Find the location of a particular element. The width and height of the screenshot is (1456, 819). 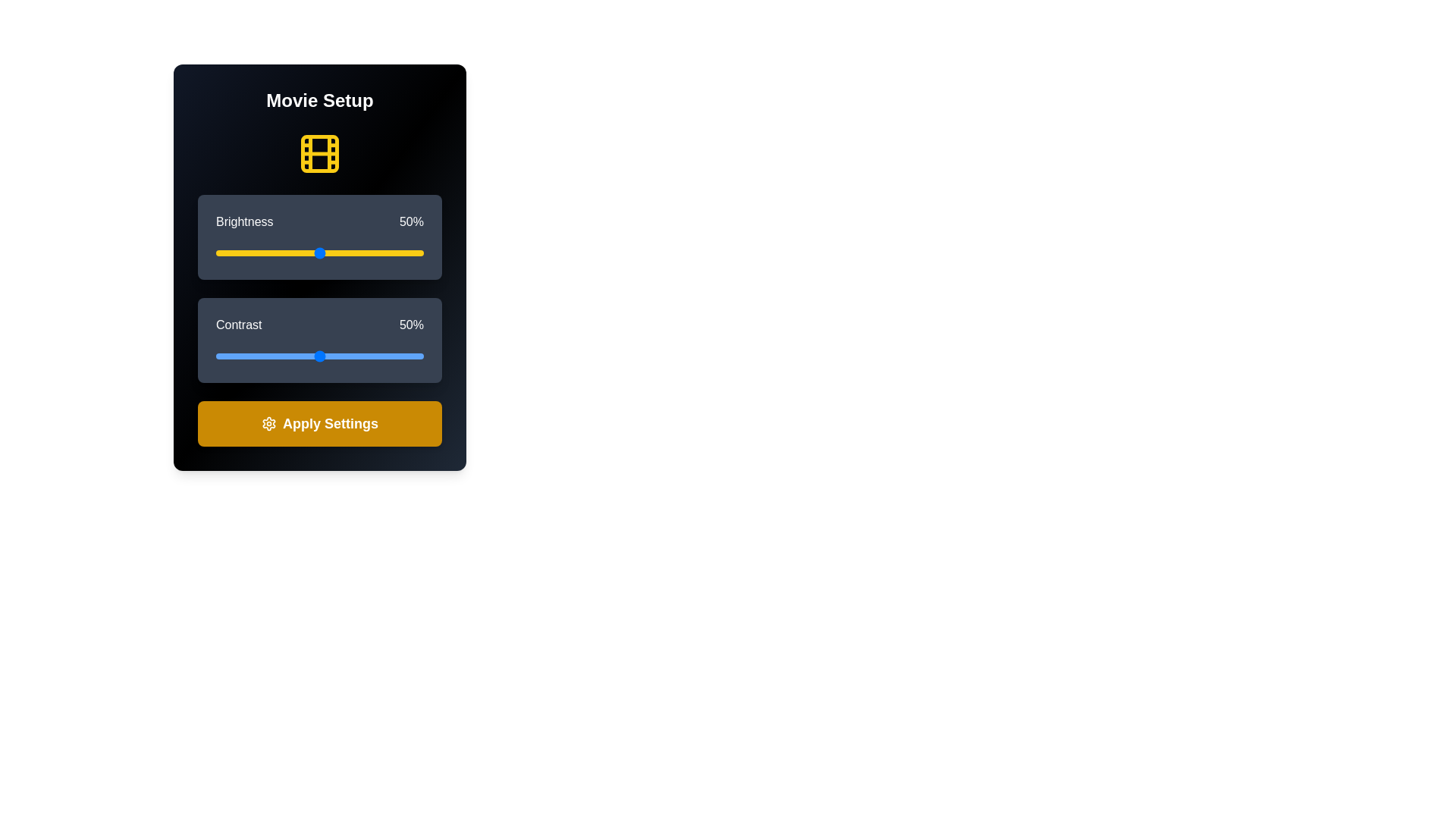

'Apply Settings' button to save the settings is located at coordinates (319, 424).